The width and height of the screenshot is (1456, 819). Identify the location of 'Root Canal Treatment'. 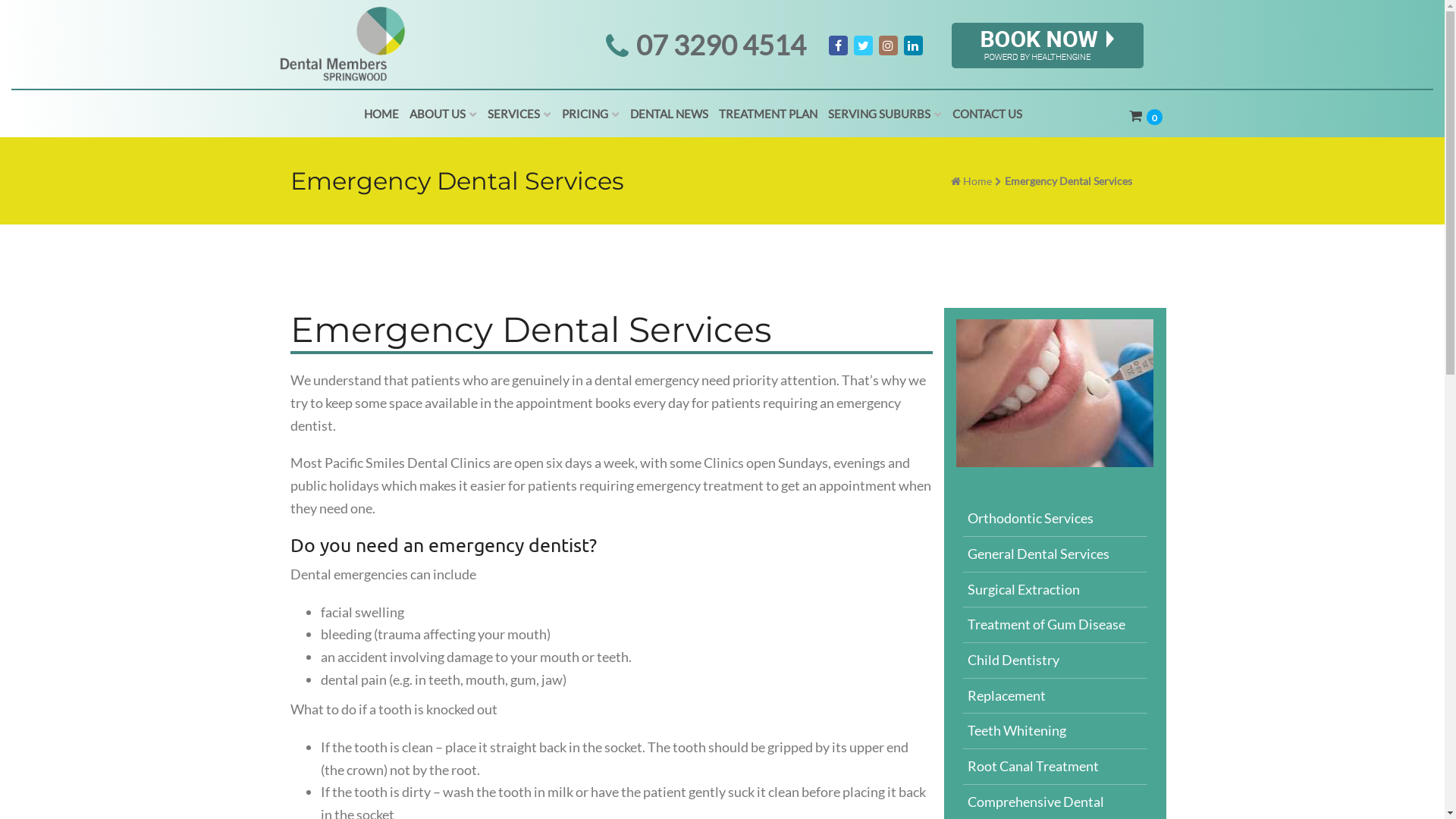
(1054, 767).